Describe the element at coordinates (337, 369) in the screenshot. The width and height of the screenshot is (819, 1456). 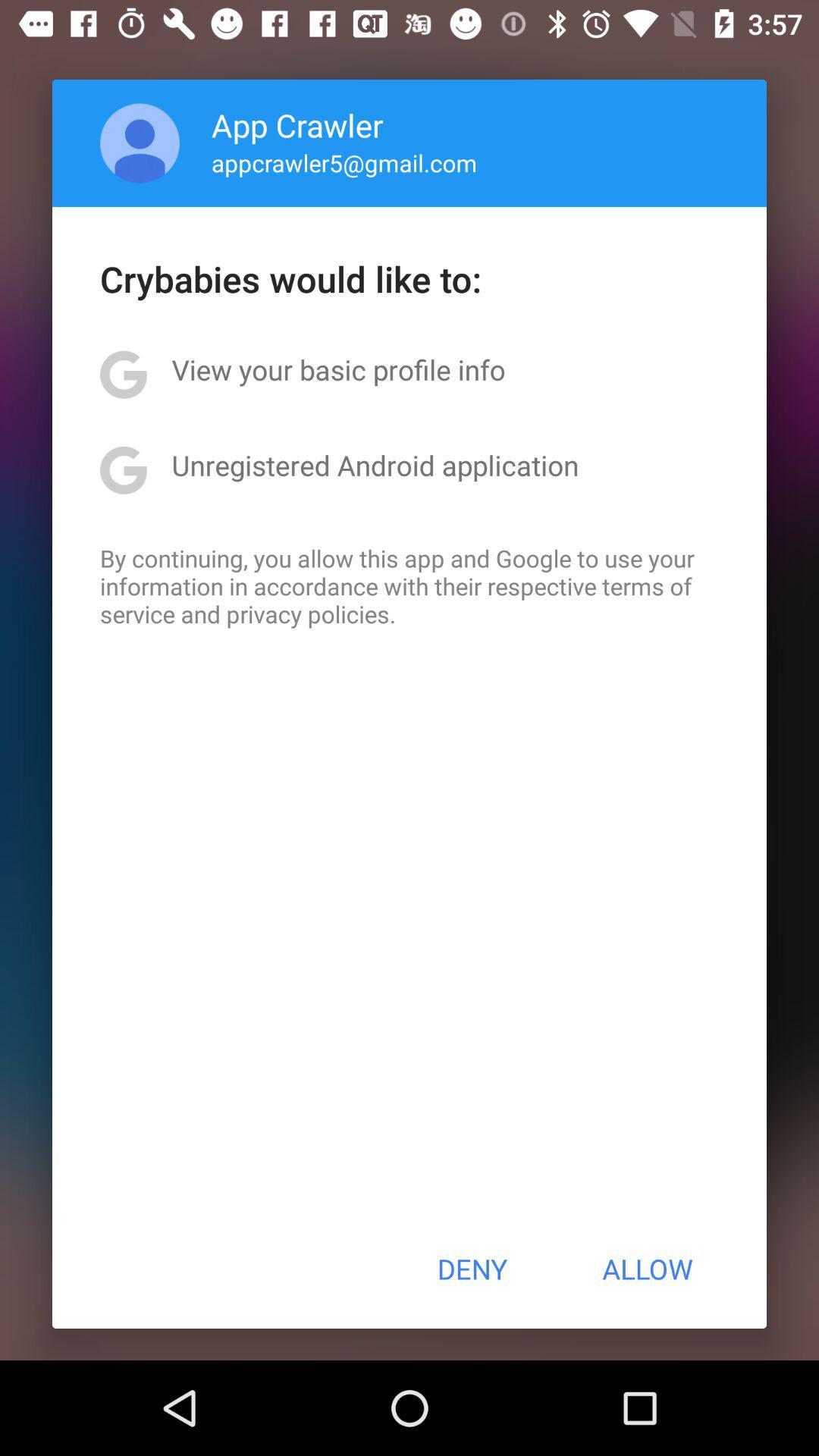
I see `app above unregistered android application icon` at that location.